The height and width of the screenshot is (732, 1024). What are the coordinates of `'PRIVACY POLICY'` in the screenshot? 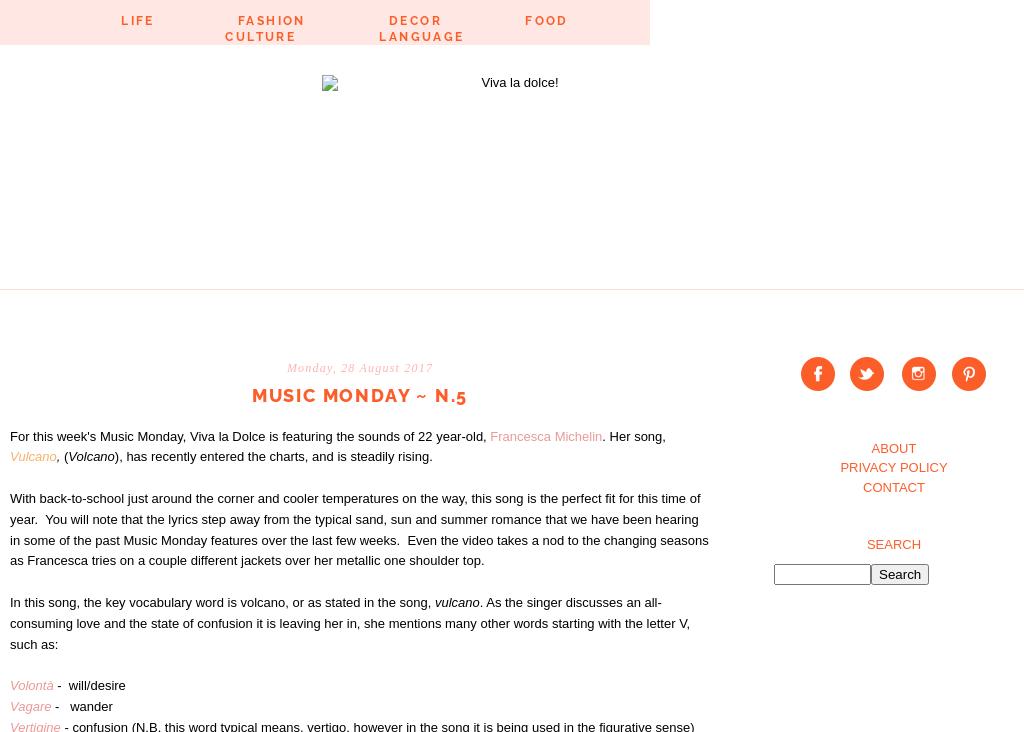 It's located at (893, 467).